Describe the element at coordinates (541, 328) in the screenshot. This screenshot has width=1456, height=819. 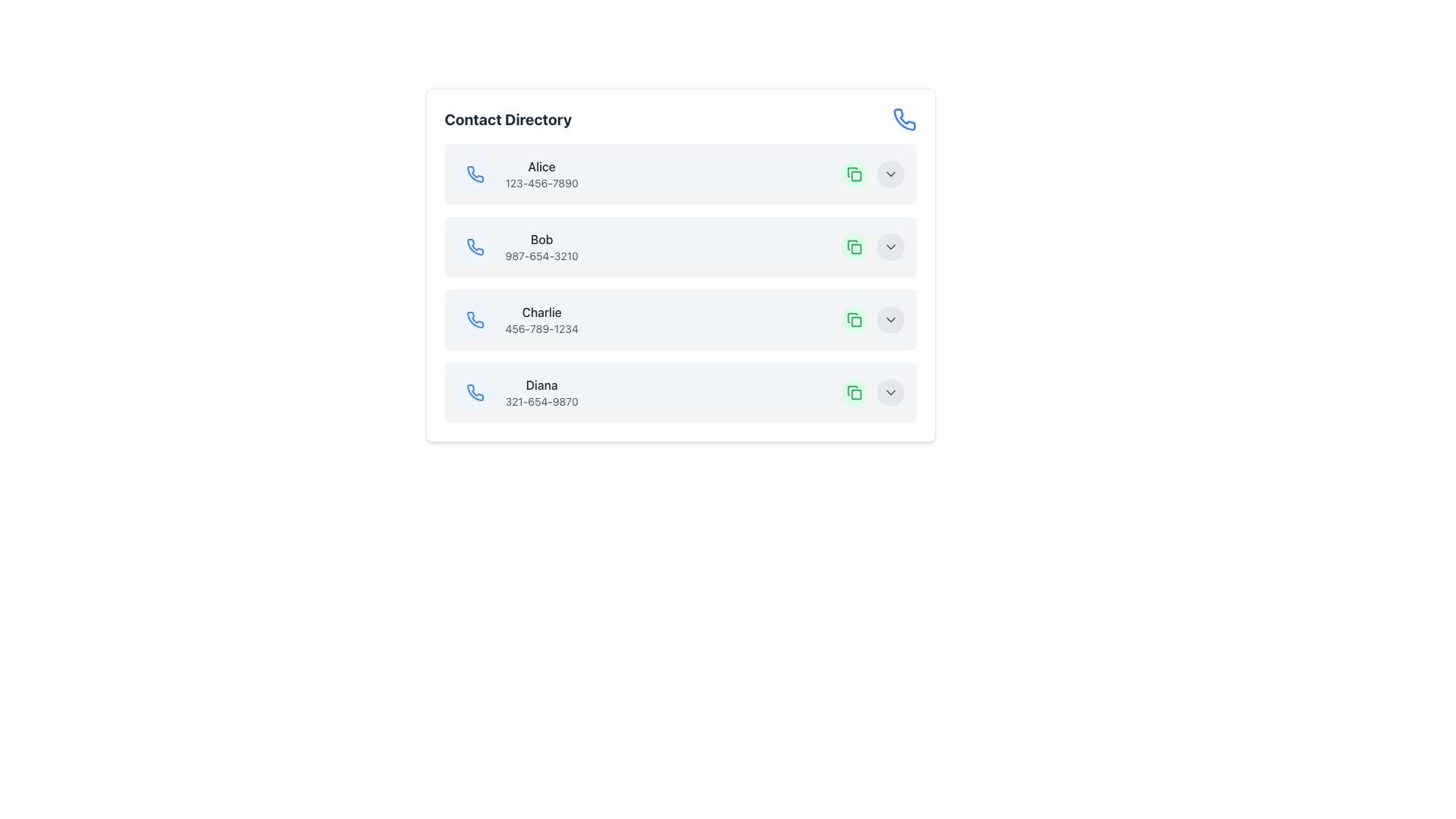
I see `the static text element displaying Charlie's phone number, which is styled in light gray and located directly below the name 'Charlie' in the contact directory interface` at that location.